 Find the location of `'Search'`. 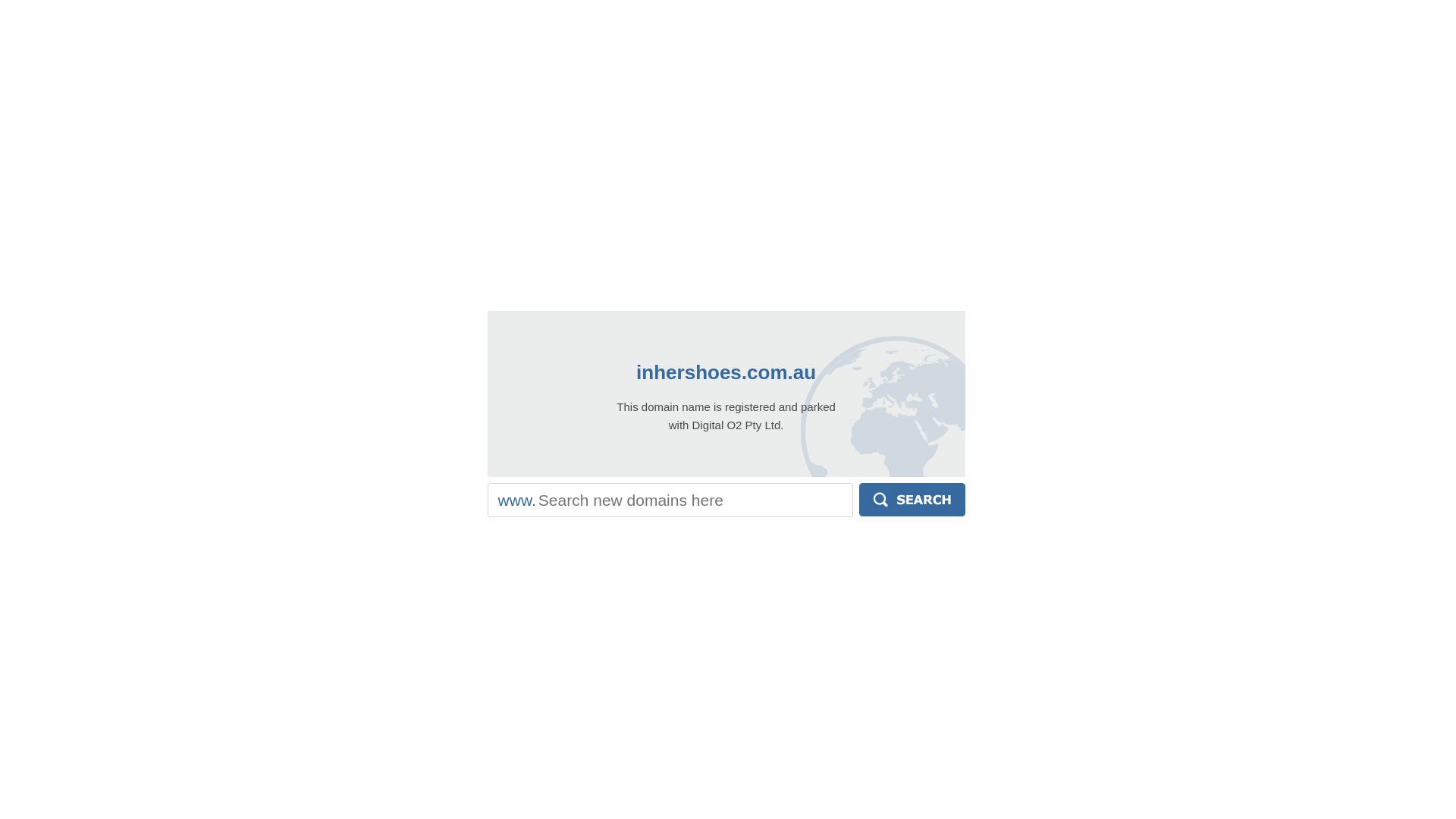

'Search' is located at coordinates (912, 500).